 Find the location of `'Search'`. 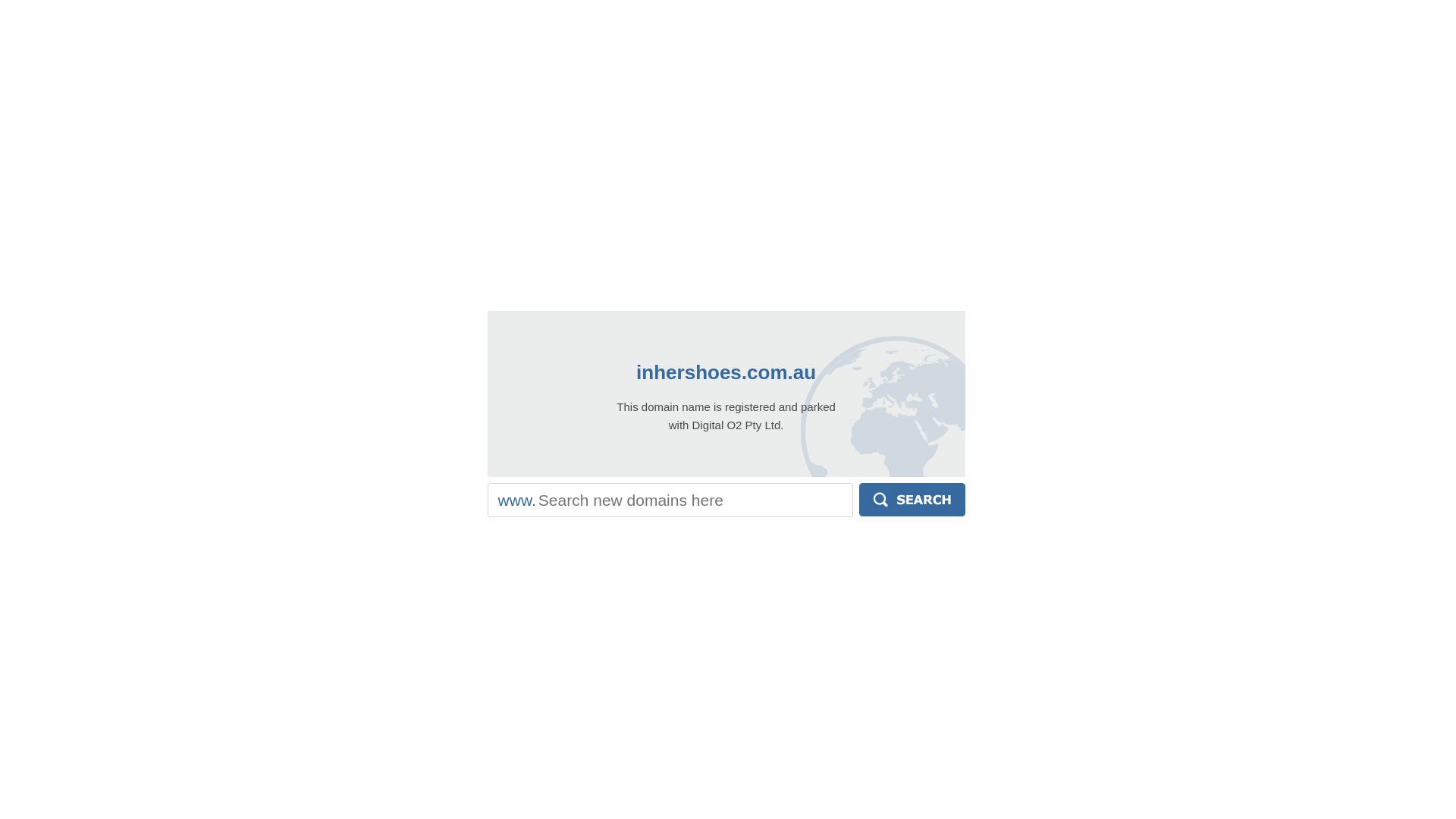

'Search' is located at coordinates (912, 500).